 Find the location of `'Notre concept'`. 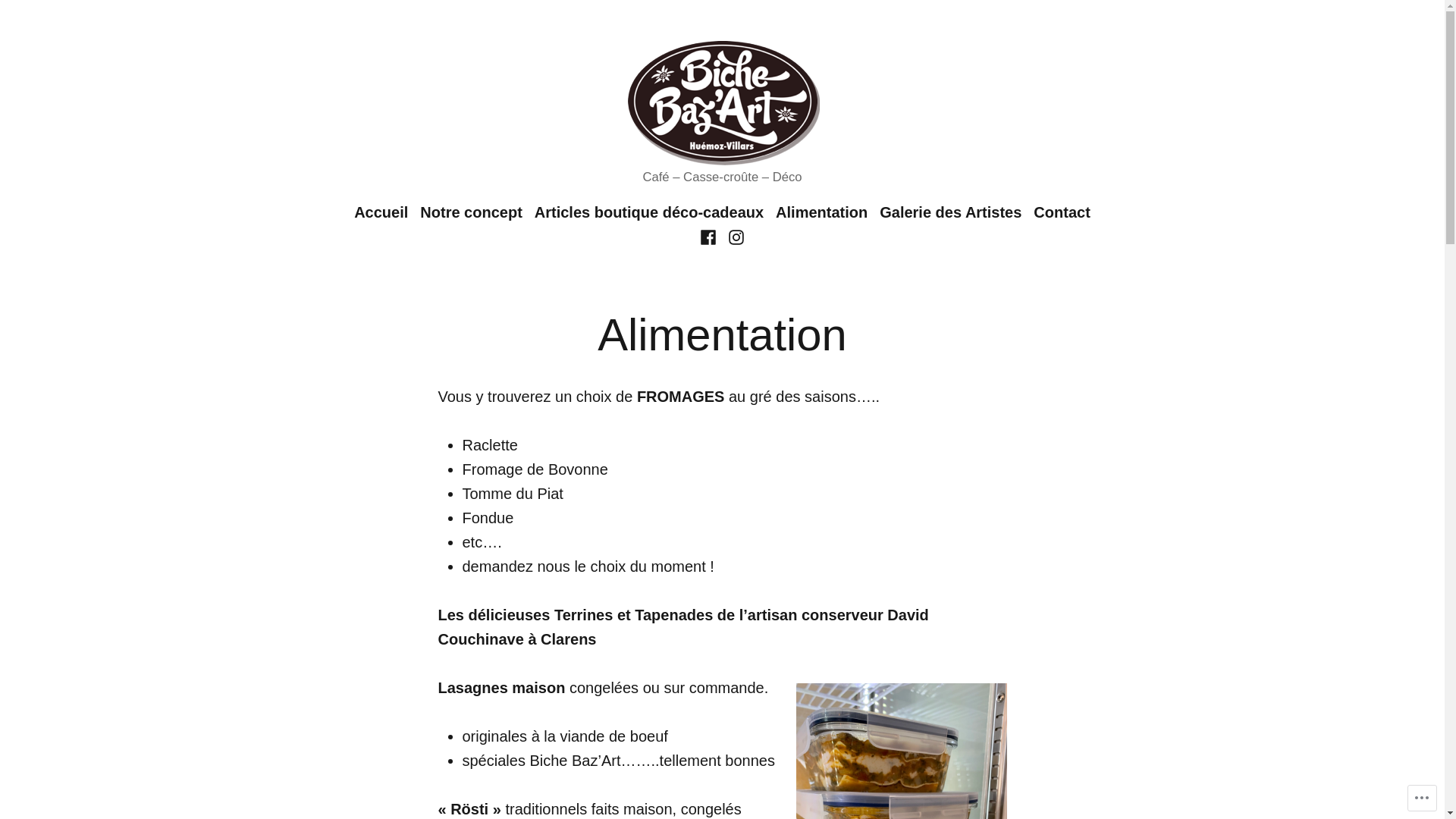

'Notre concept' is located at coordinates (469, 212).